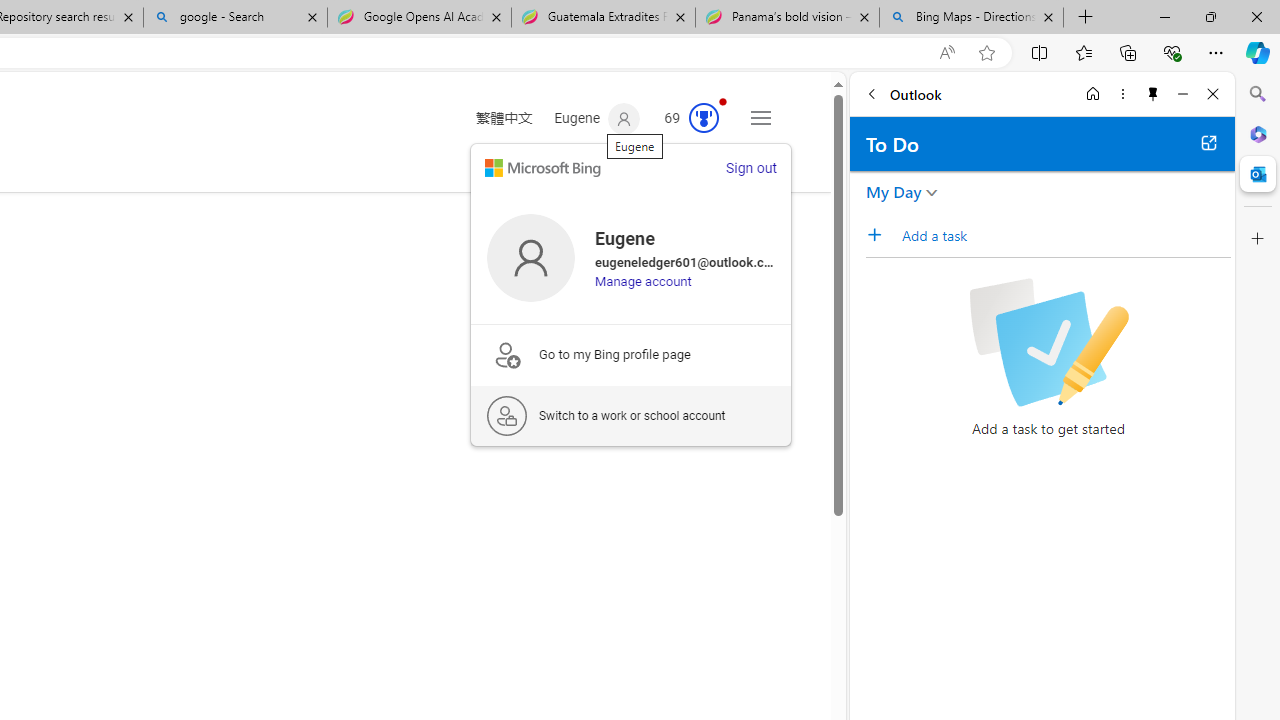 This screenshot has width=1280, height=720. Describe the element at coordinates (1207, 141) in the screenshot. I see `'Open in new tab'` at that location.